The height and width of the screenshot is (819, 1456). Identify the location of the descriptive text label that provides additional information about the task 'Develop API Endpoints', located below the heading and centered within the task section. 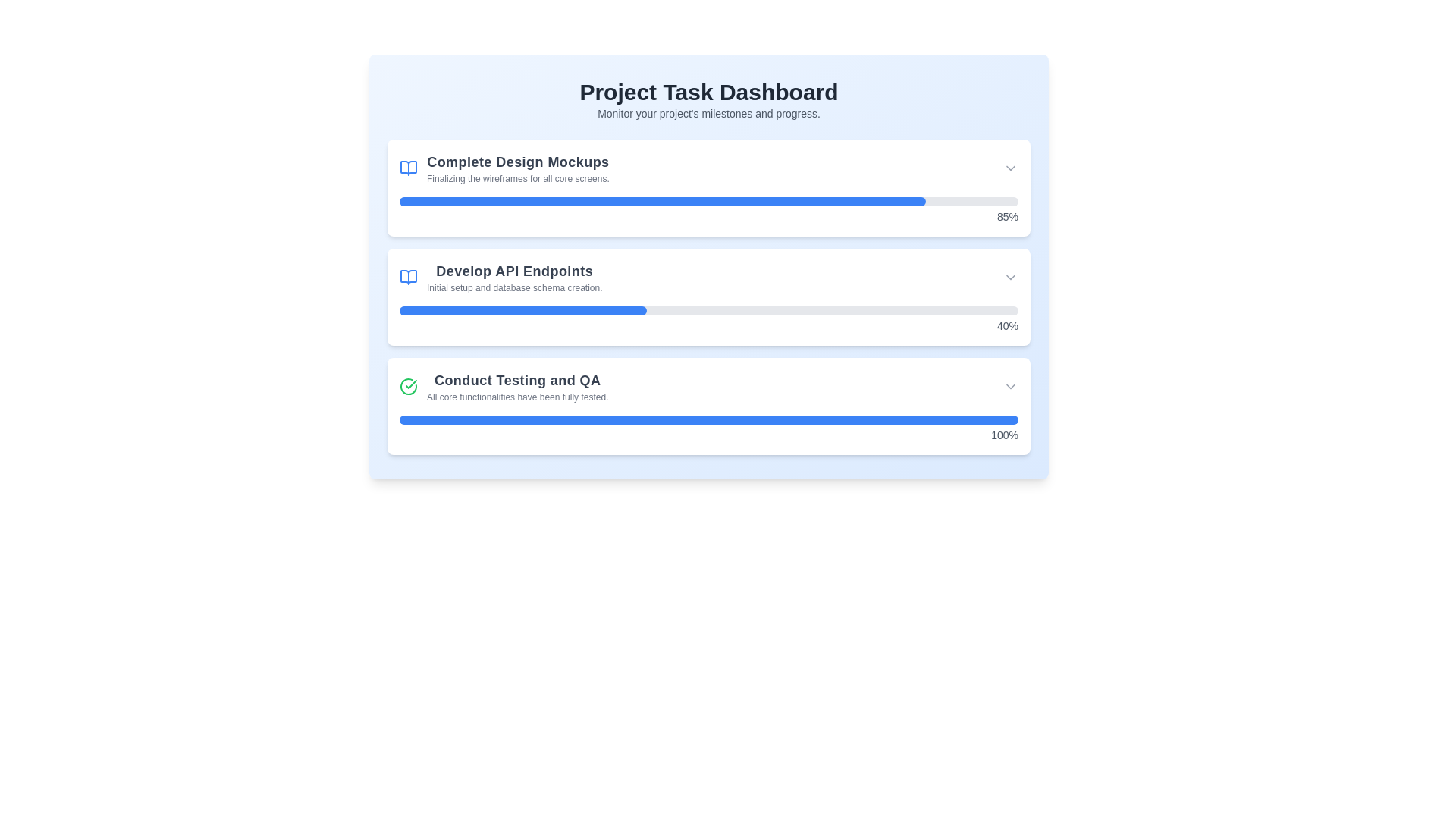
(514, 288).